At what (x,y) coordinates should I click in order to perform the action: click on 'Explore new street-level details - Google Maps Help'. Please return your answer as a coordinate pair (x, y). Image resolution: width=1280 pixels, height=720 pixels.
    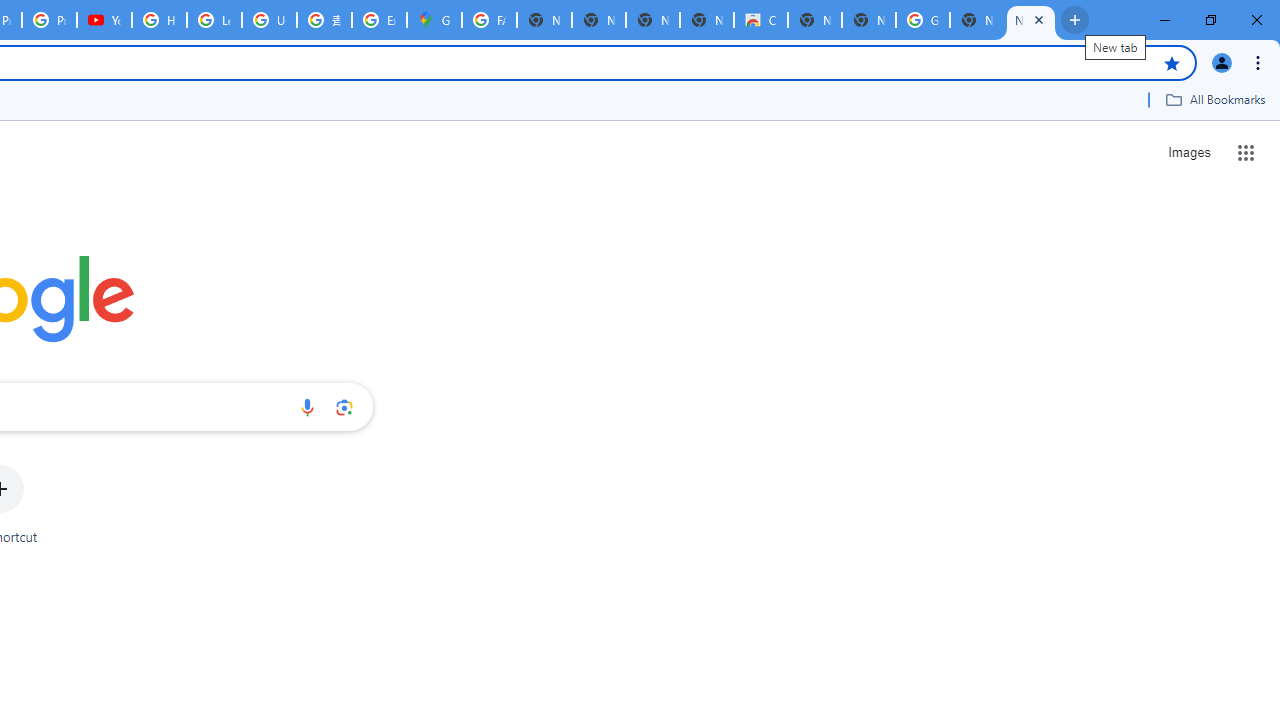
    Looking at the image, I should click on (379, 20).